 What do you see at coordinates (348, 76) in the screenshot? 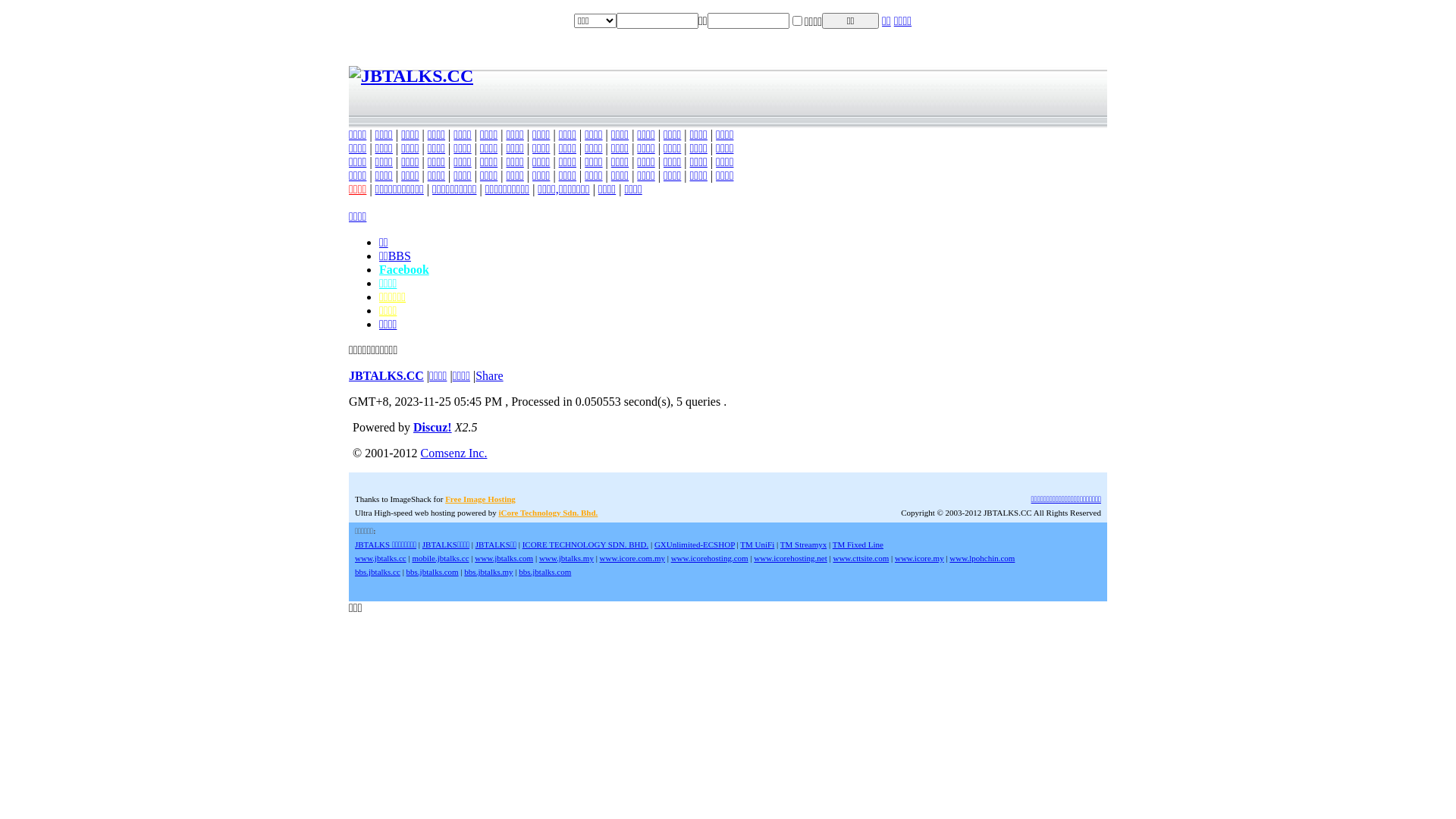
I see `'JBTALKS.CC'` at bounding box center [348, 76].